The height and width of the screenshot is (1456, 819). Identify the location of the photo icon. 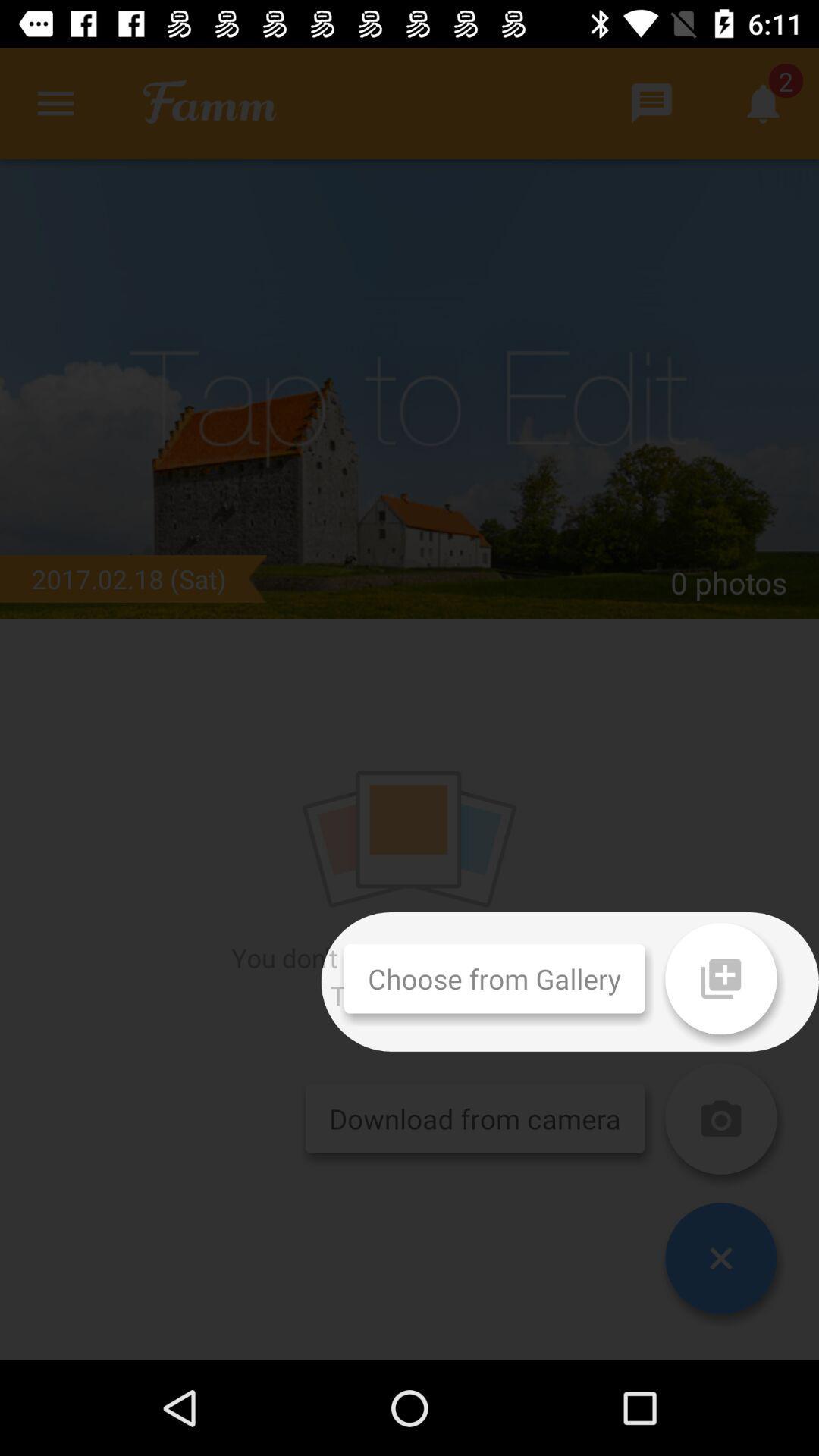
(720, 1119).